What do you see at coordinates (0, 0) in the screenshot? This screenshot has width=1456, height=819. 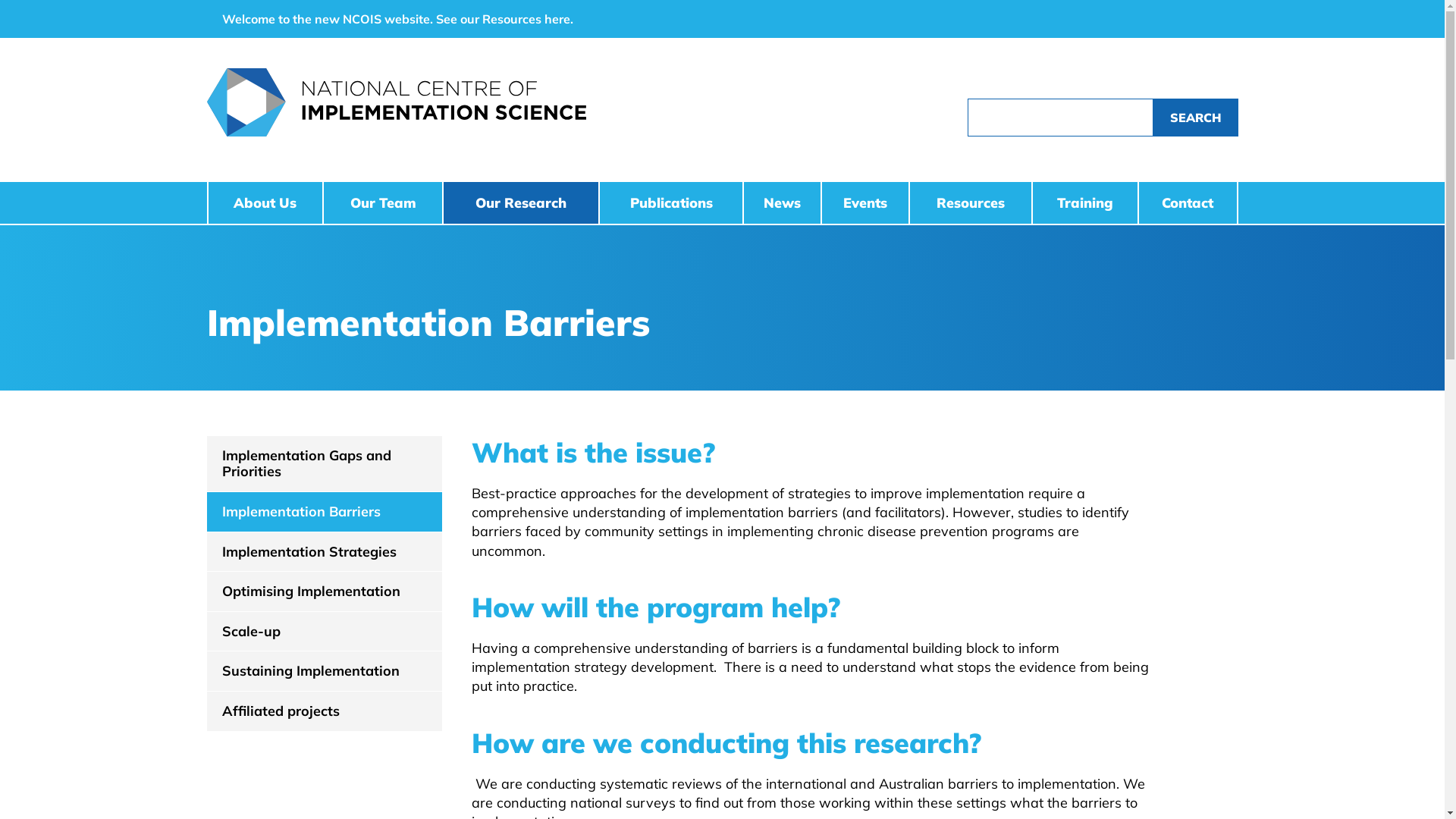 I see `'Skip to content'` at bounding box center [0, 0].